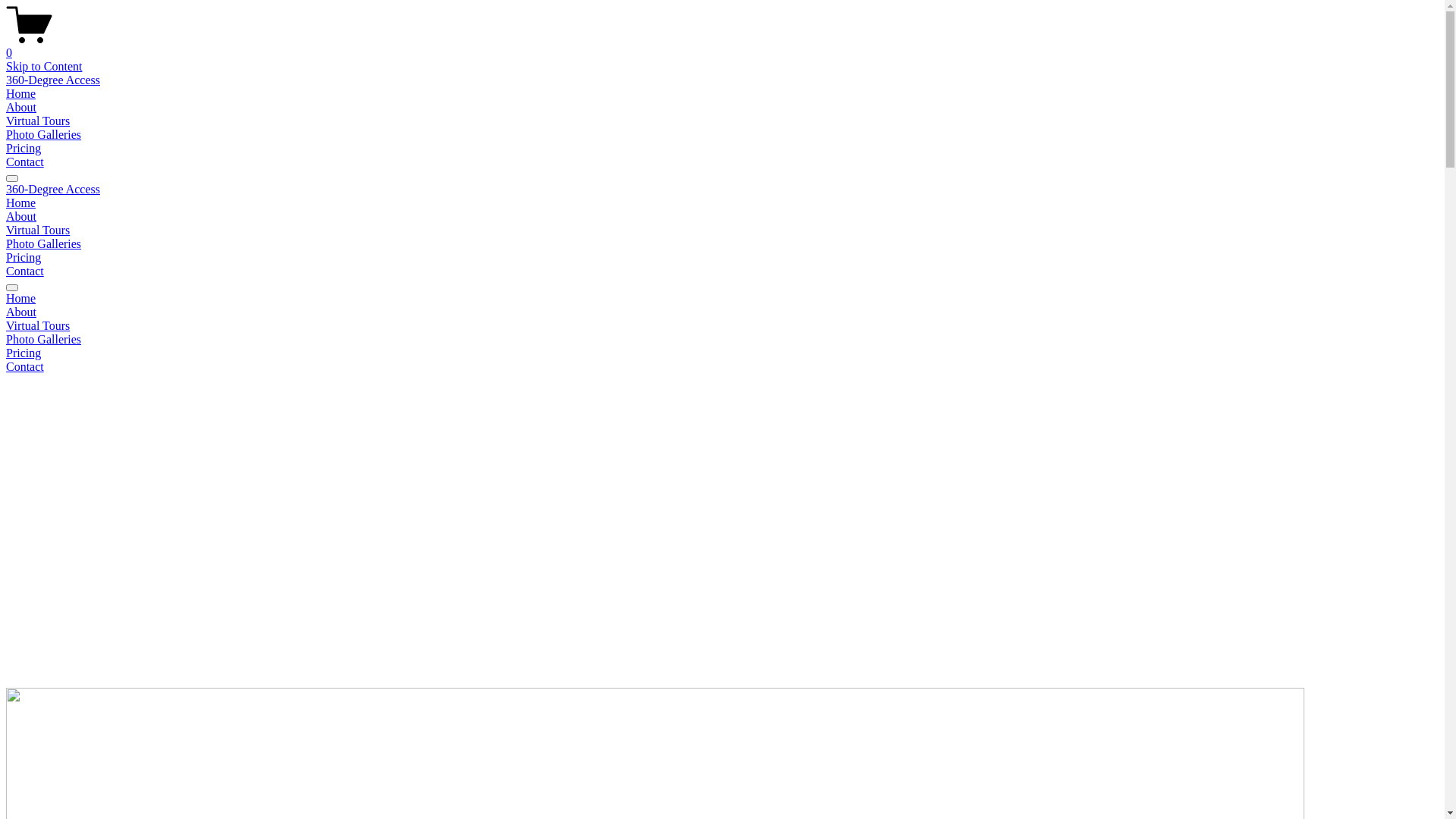 This screenshot has width=1456, height=819. Describe the element at coordinates (6, 120) in the screenshot. I see `'Virtual Tours'` at that location.